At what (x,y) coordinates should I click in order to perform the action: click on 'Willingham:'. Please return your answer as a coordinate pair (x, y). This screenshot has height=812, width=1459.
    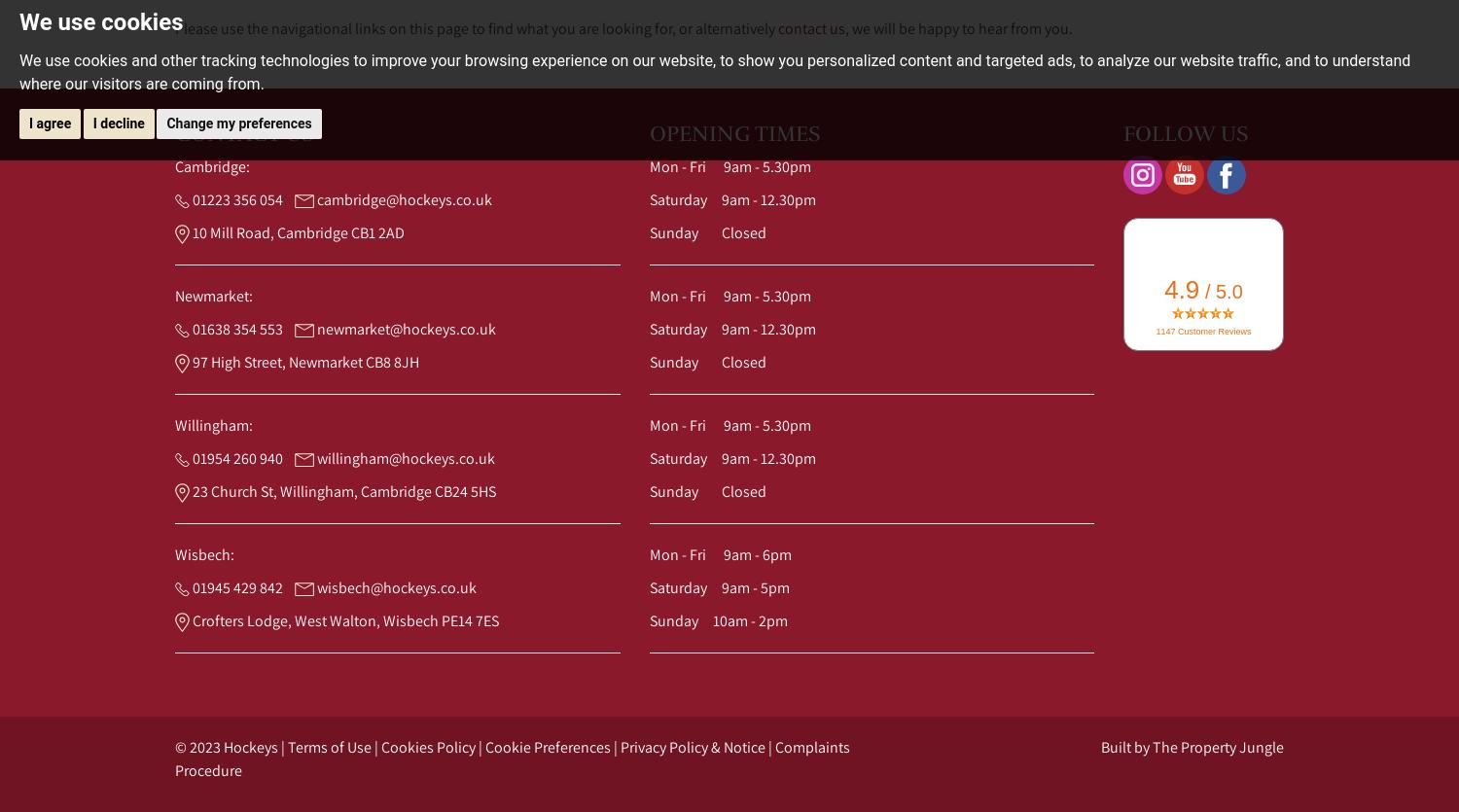
    Looking at the image, I should click on (213, 424).